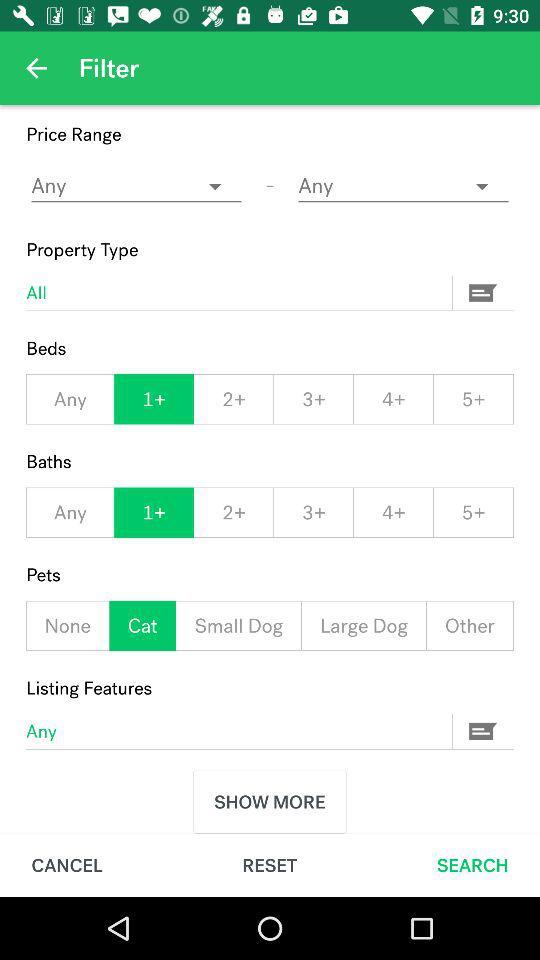  What do you see at coordinates (141, 625) in the screenshot?
I see `the text which is in between none and small dog` at bounding box center [141, 625].